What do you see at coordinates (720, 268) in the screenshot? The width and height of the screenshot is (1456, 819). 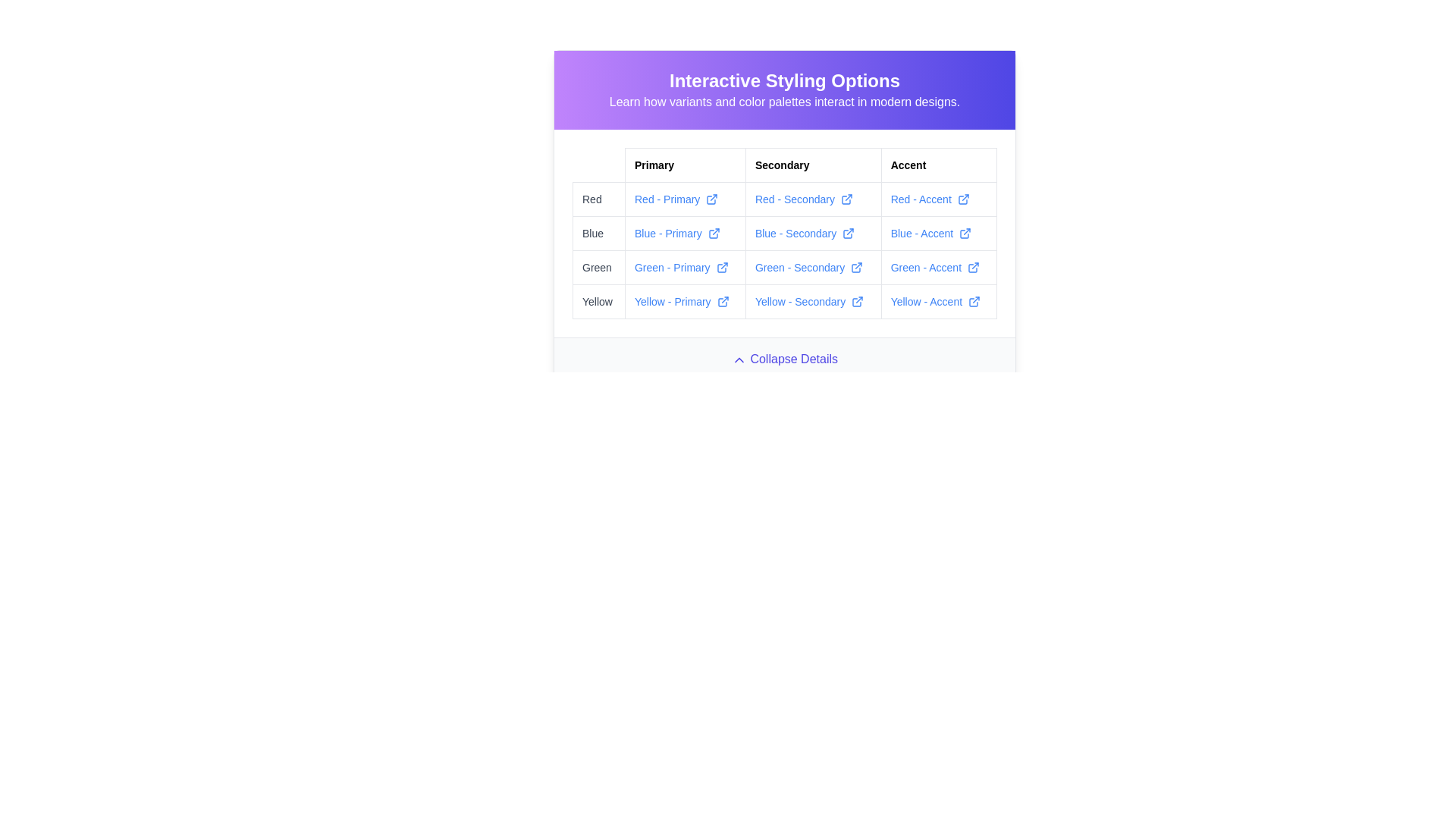 I see `the external link icon located in the 'Green - Primary' cell of the 4x4 grid under 'Interactive Styling Options'` at bounding box center [720, 268].